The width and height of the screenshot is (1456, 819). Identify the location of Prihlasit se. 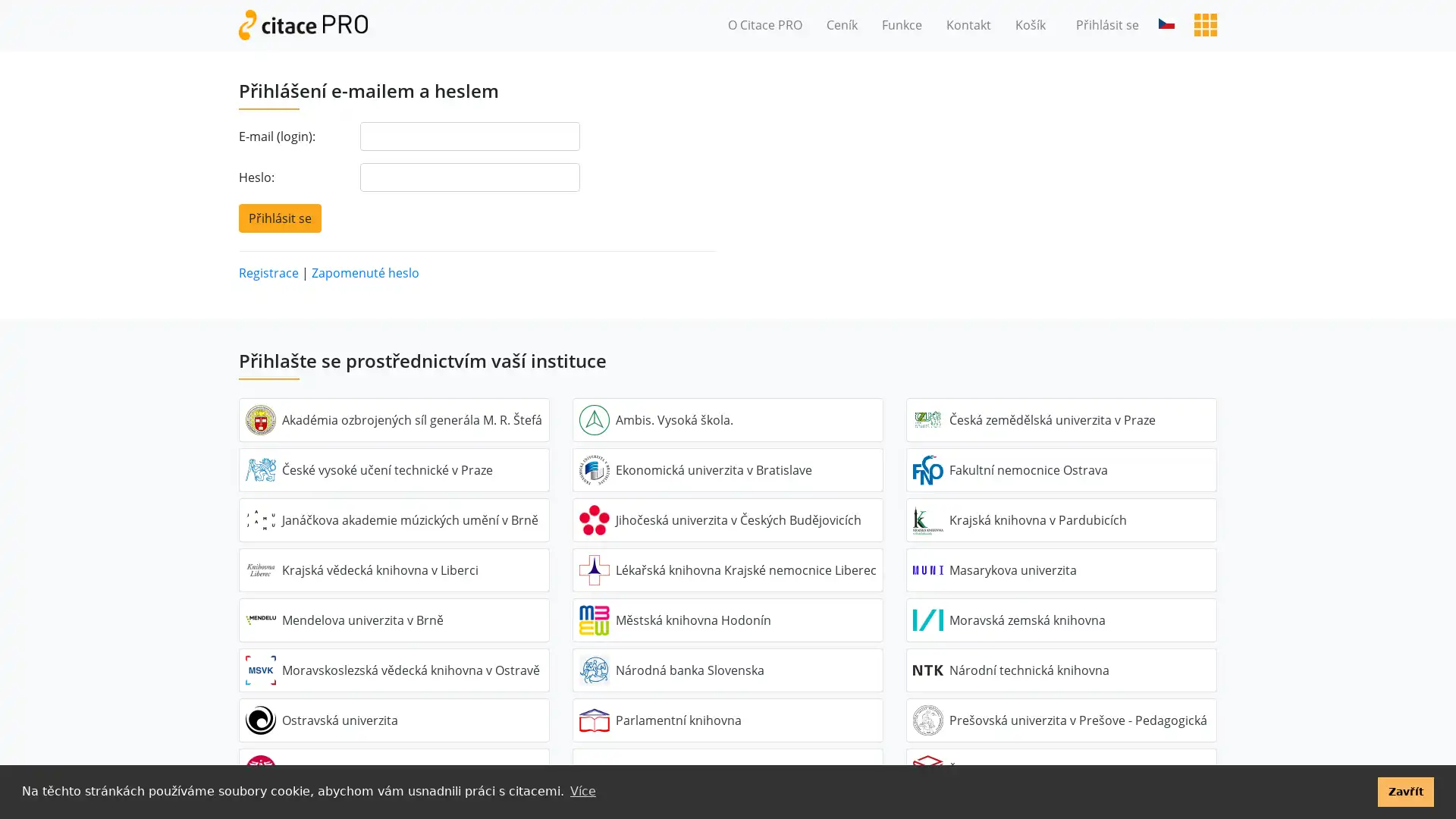
(280, 217).